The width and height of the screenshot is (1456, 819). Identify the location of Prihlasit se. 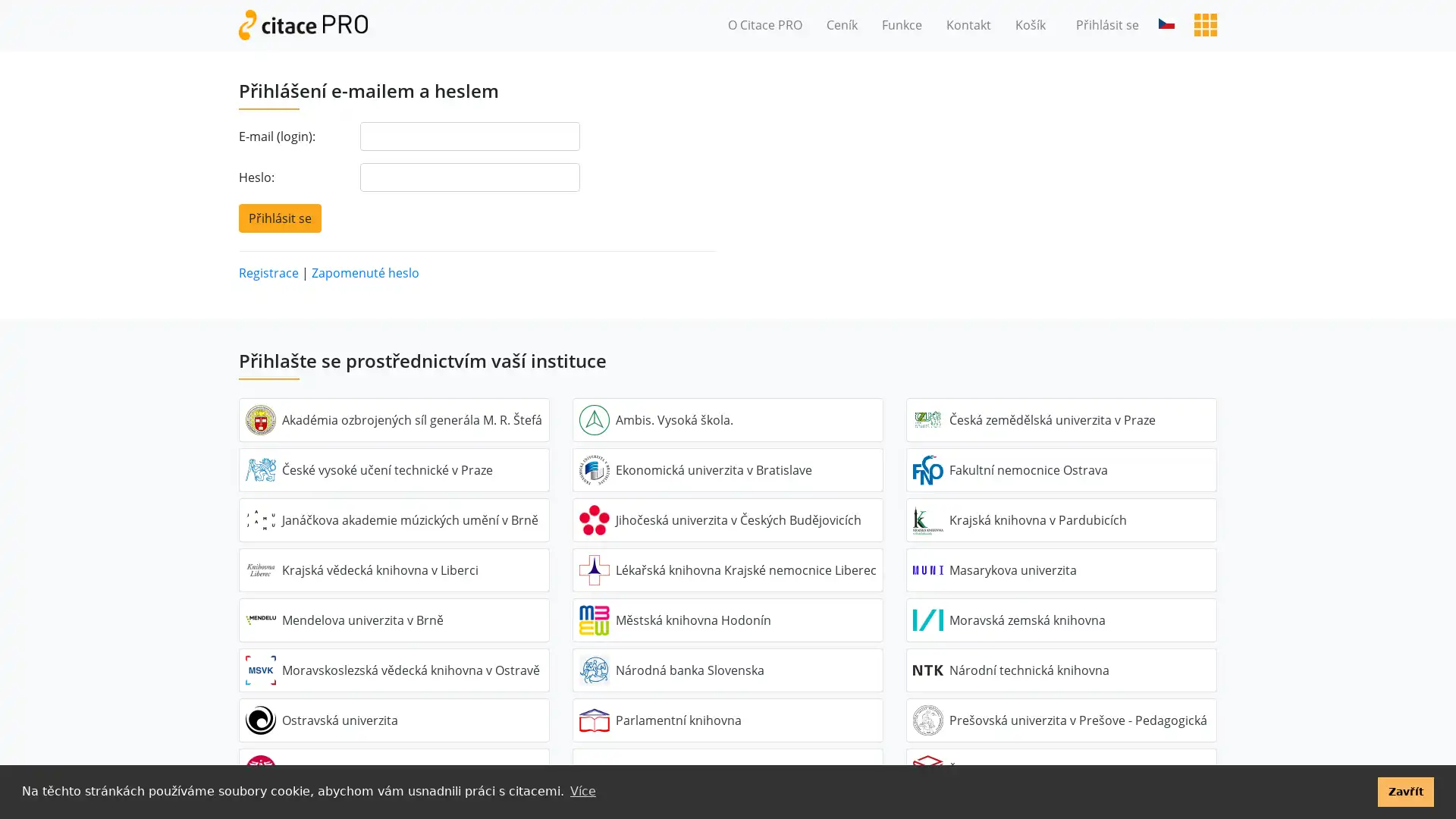
(280, 217).